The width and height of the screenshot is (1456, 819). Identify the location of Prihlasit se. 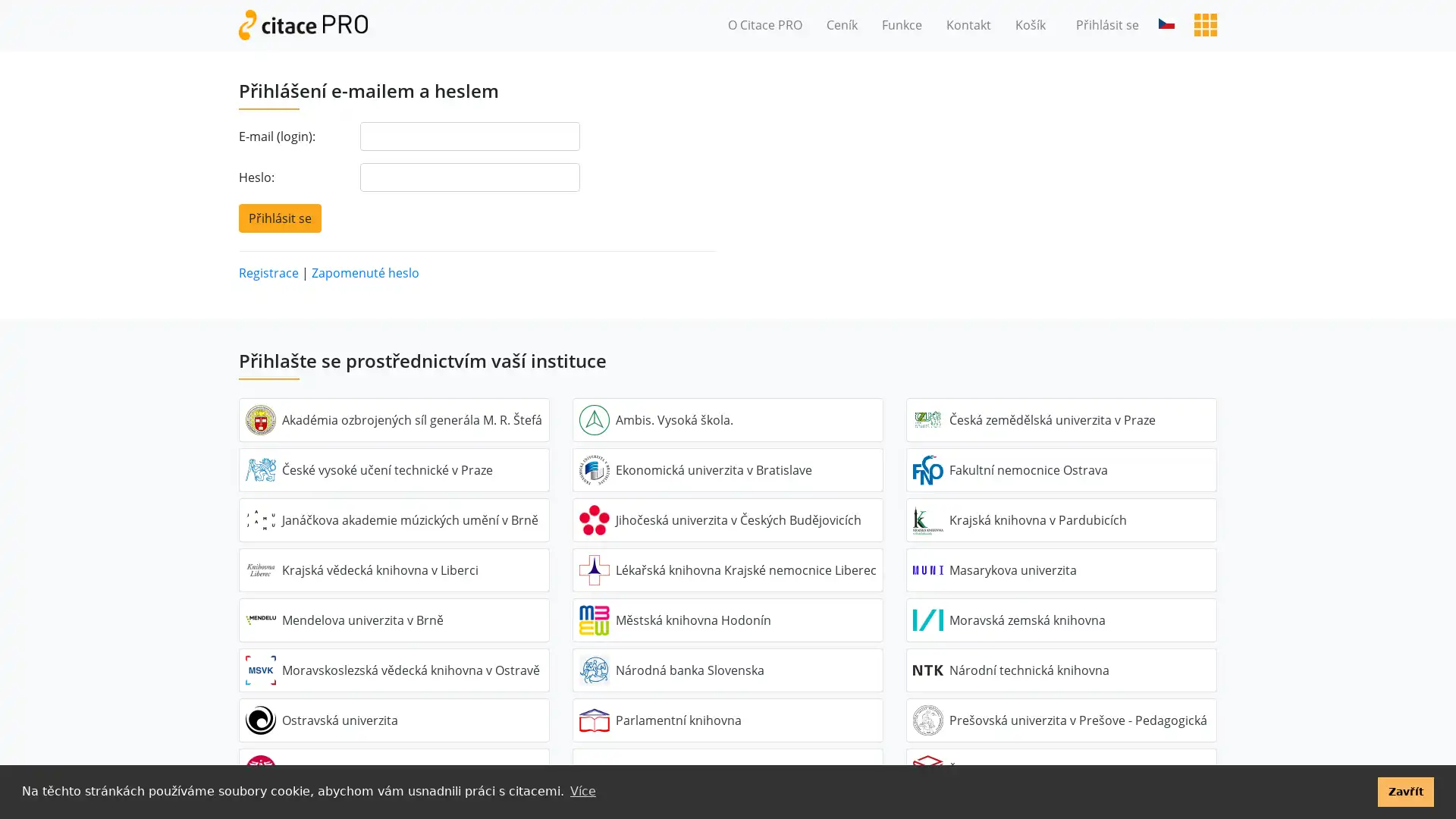
(280, 217).